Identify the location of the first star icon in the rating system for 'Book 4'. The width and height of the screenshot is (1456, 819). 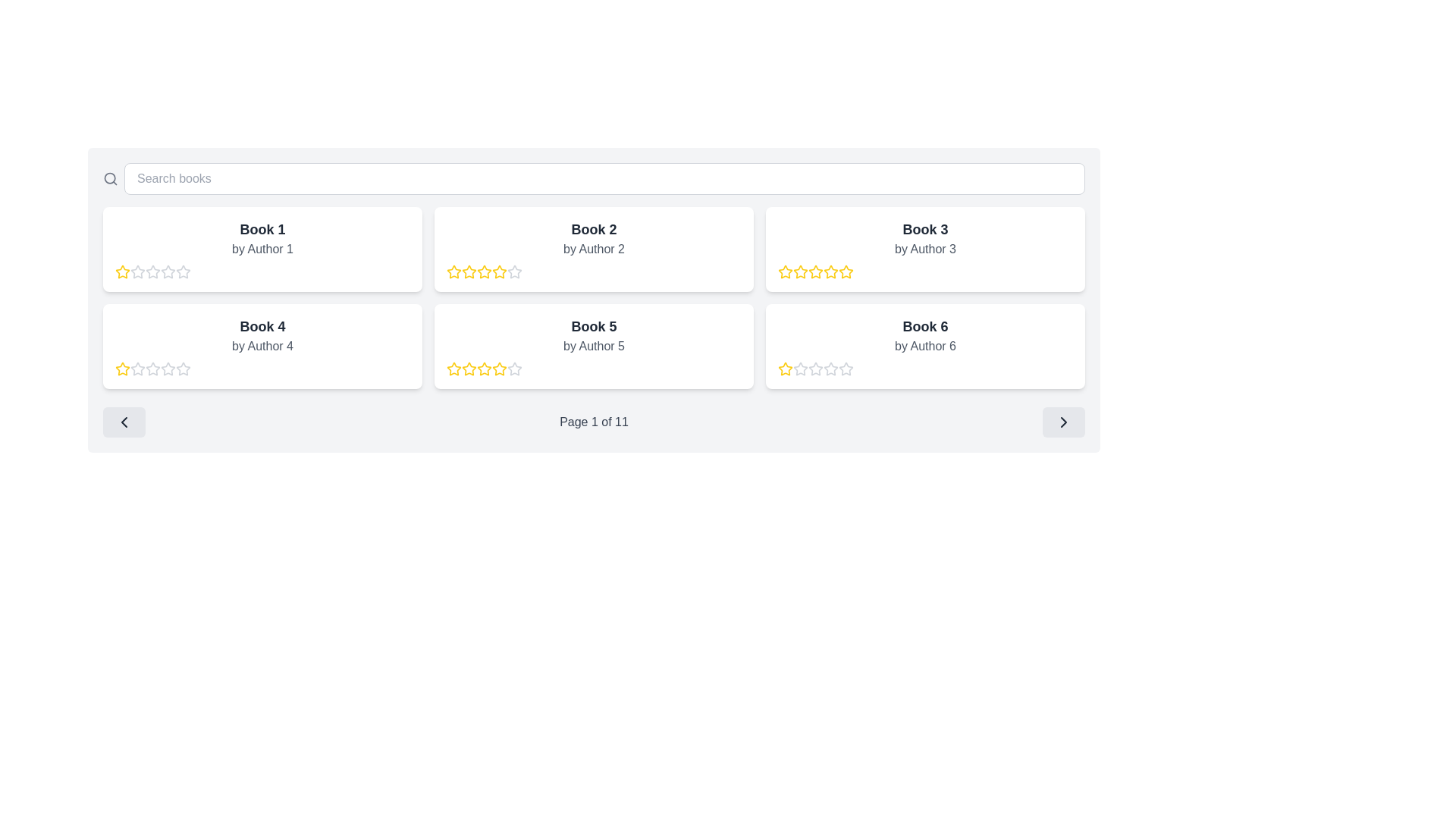
(138, 369).